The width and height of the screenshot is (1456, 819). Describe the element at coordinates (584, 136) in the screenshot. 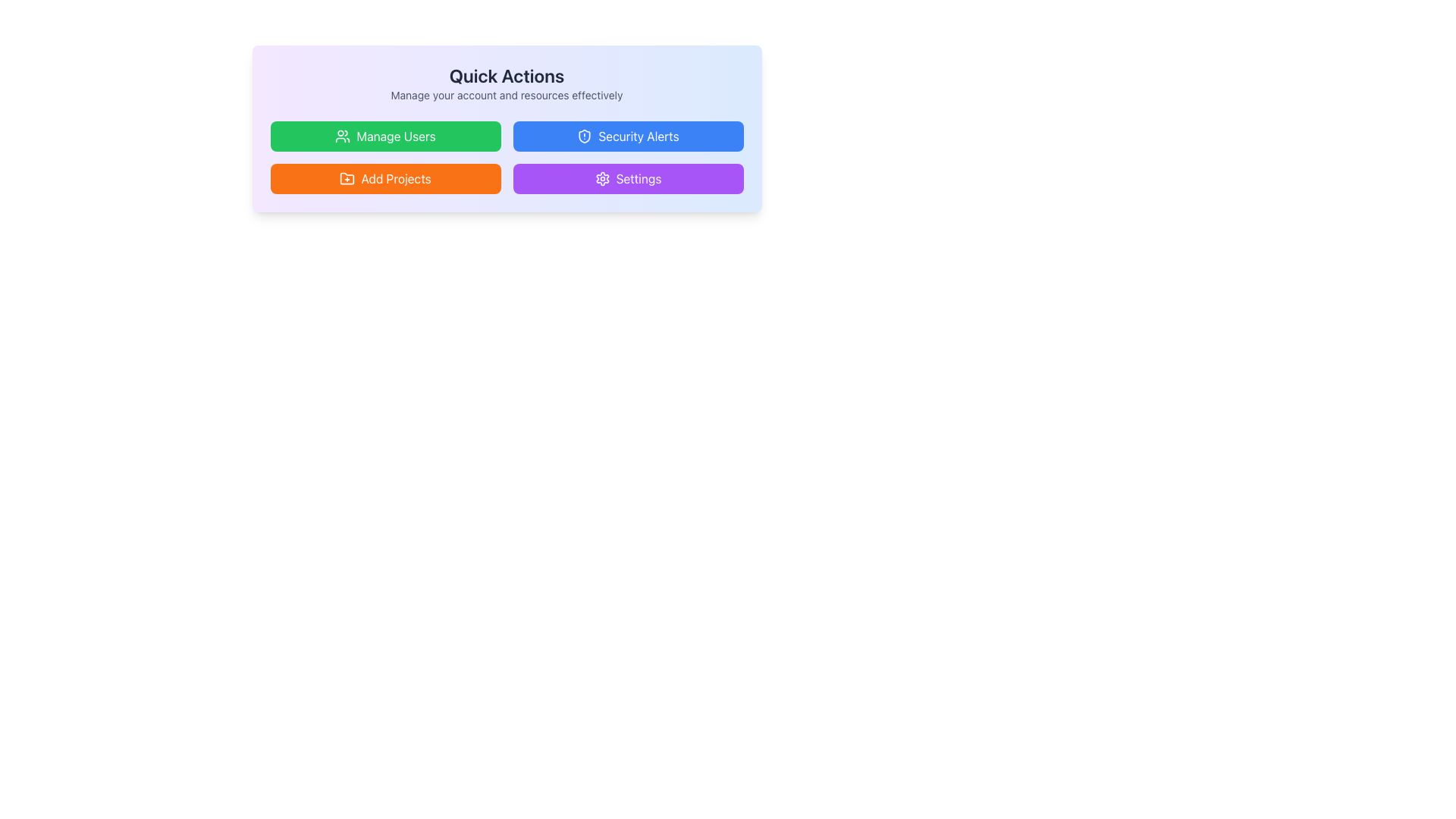

I see `the shield icon with an alert symbol, which is part of the 'Security Alerts' button located in the 'Quick Actions' section` at that location.